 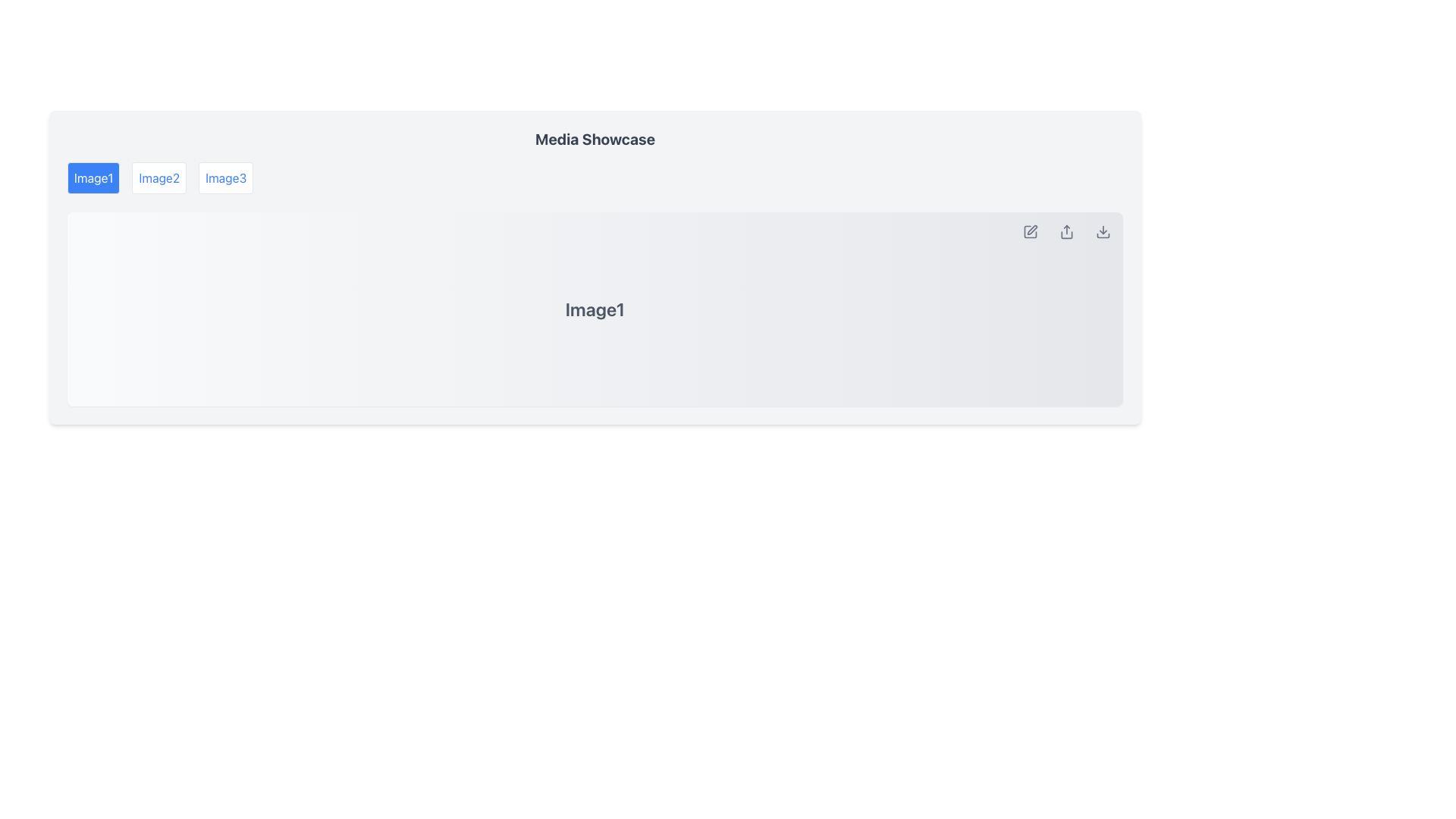 I want to click on the share icon, which is a minimalist vector graphic with an upward arrow, located in the top right corner of the media display area, so click(x=1065, y=231).